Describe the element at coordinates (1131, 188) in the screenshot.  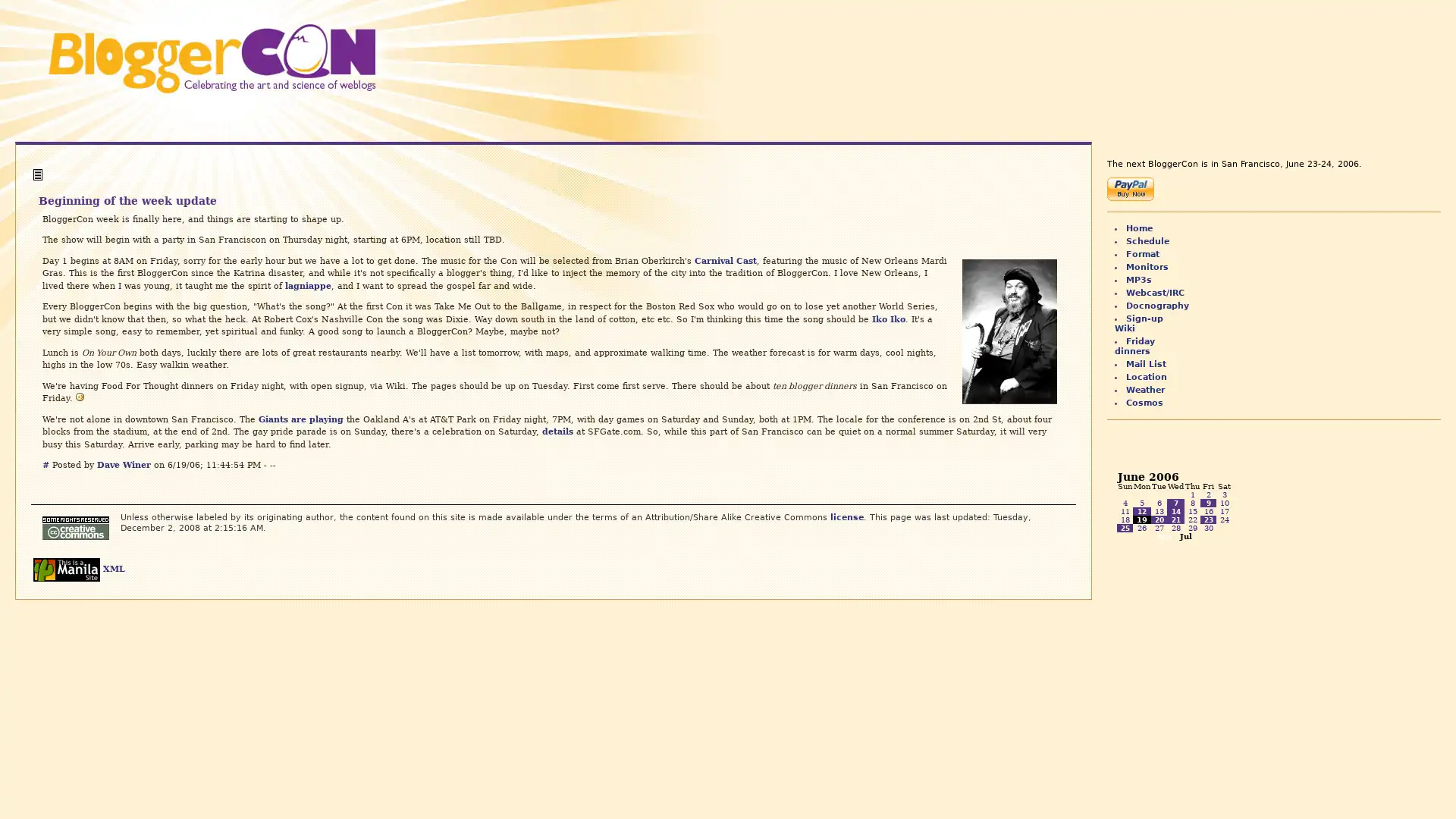
I see `Make payments with PayPal - it's fast, free and secure!` at that location.